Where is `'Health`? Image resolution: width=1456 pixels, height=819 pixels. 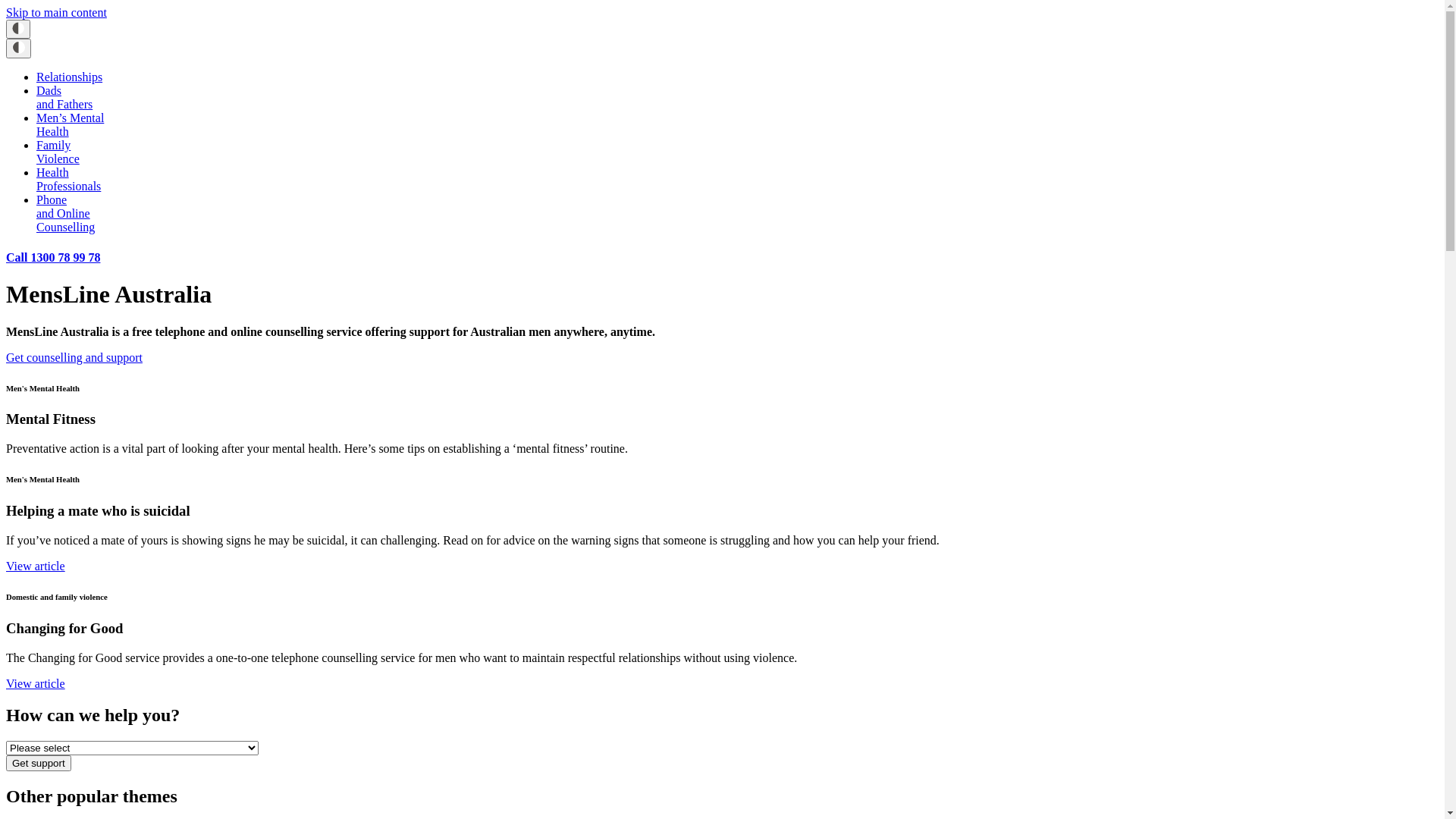
'Health is located at coordinates (67, 178).